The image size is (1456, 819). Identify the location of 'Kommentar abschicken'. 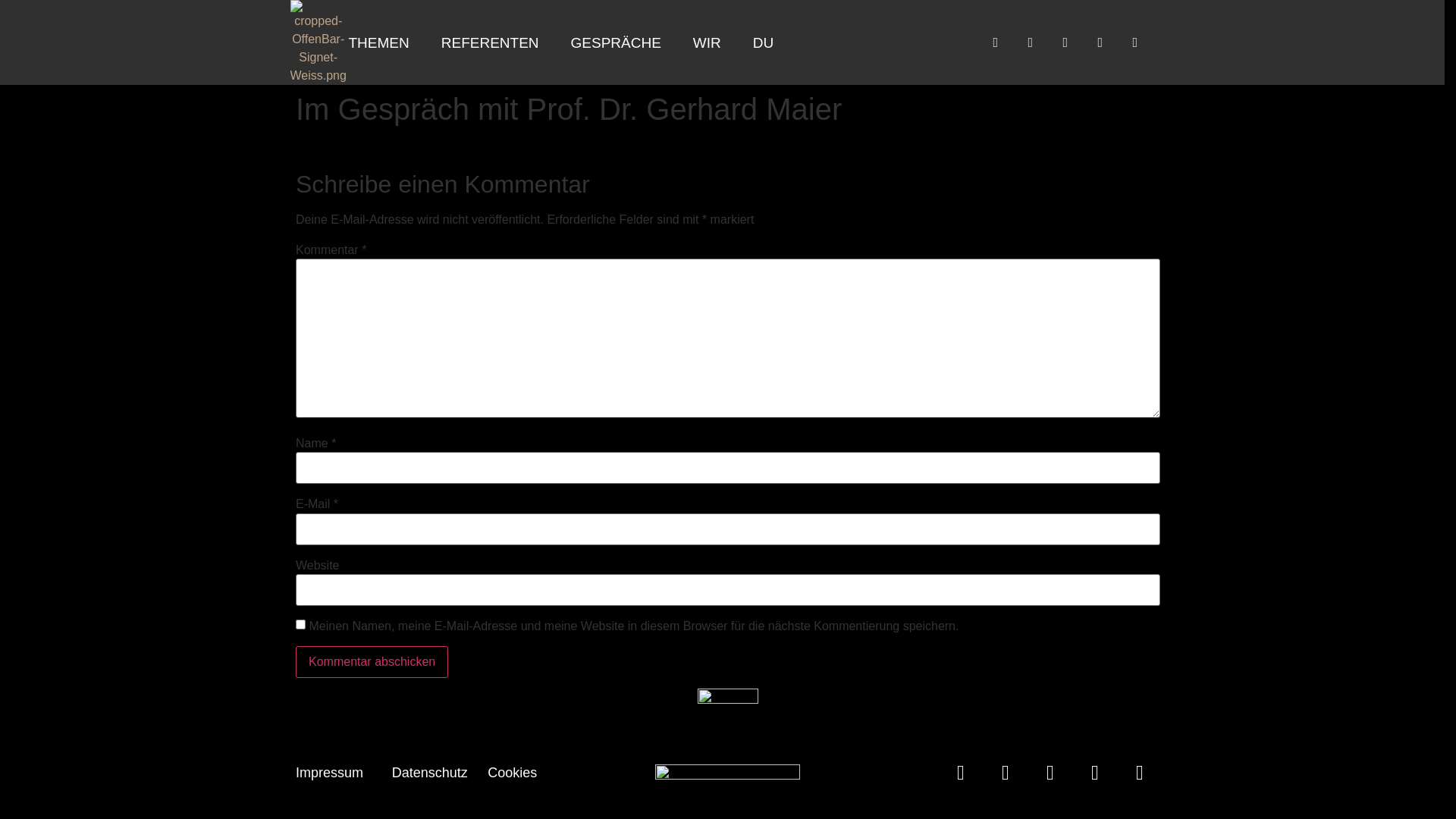
(372, 661).